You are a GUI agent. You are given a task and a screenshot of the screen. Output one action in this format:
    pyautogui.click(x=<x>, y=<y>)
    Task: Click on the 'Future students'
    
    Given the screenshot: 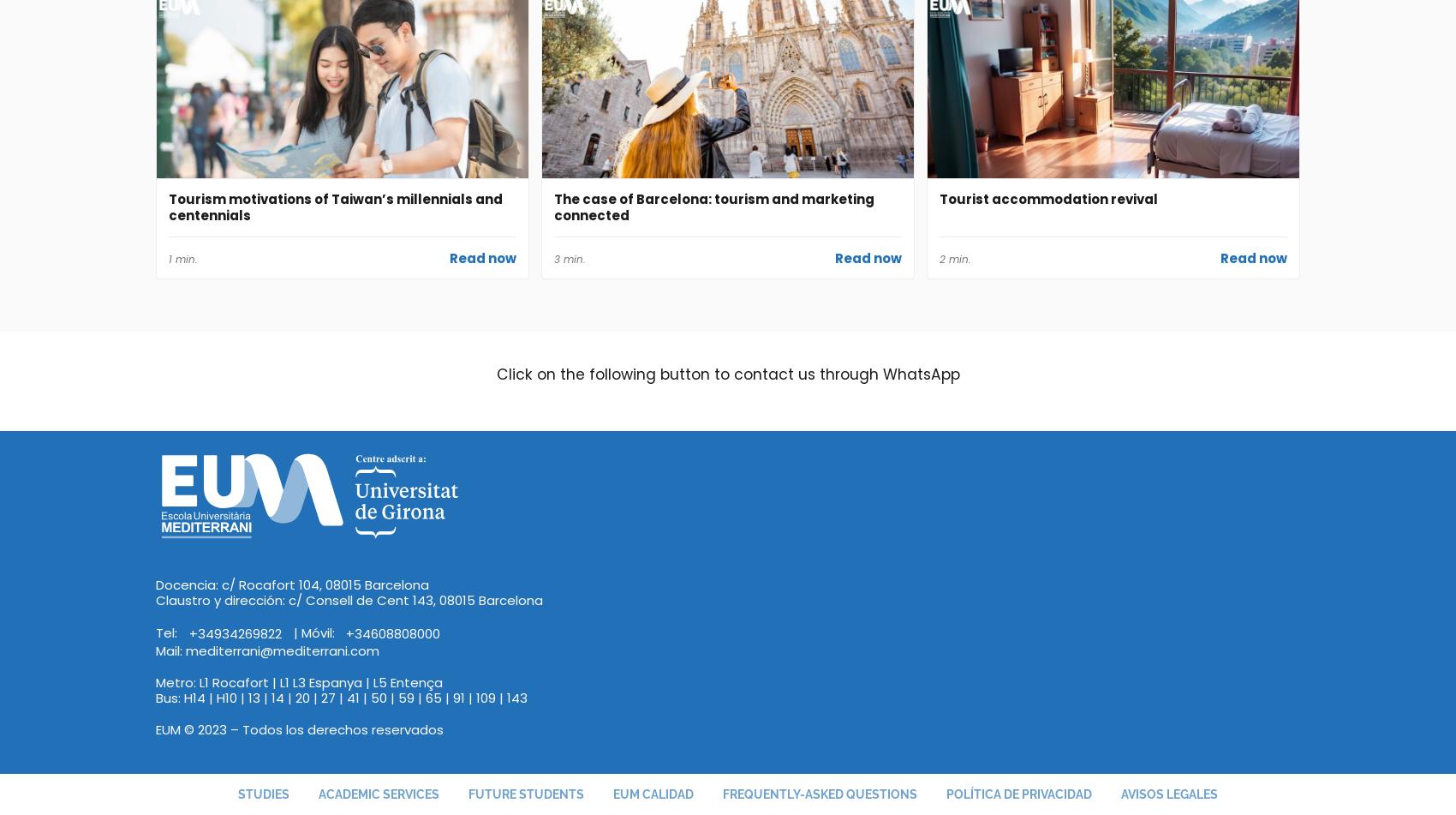 What is the action you would take?
    pyautogui.click(x=468, y=792)
    